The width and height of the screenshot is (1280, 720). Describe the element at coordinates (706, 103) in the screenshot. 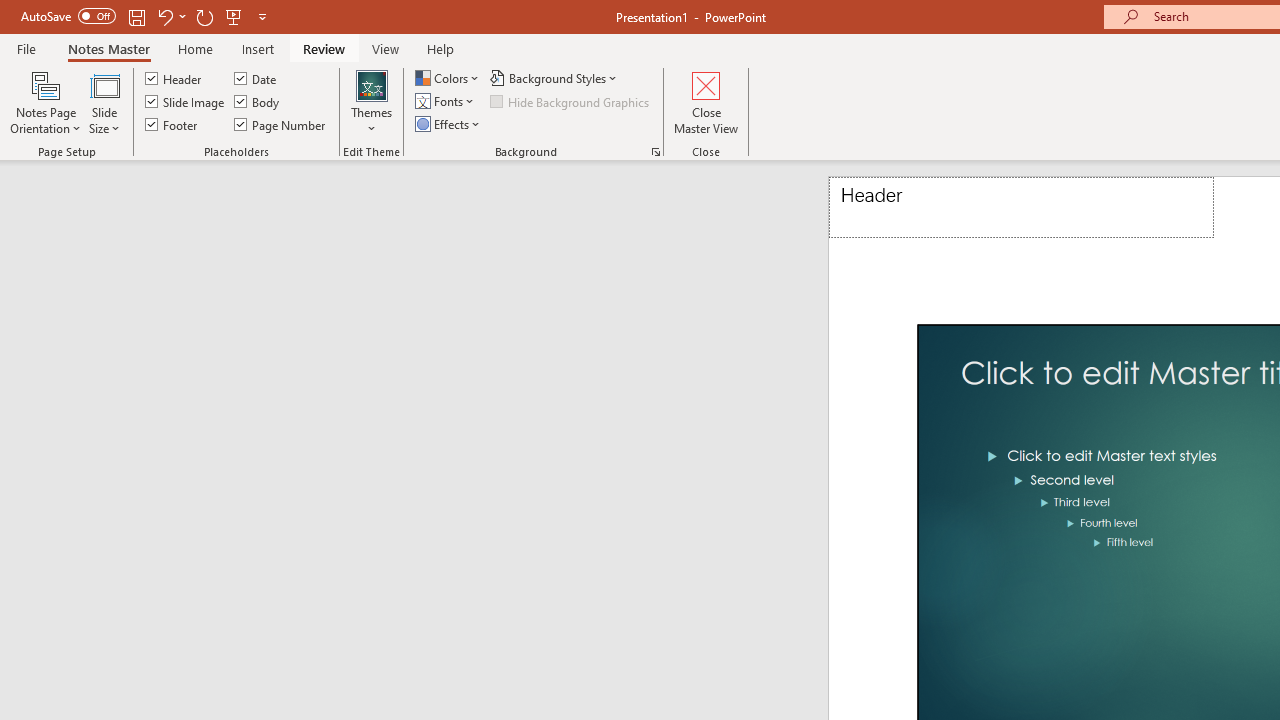

I see `'Close Master View'` at that location.